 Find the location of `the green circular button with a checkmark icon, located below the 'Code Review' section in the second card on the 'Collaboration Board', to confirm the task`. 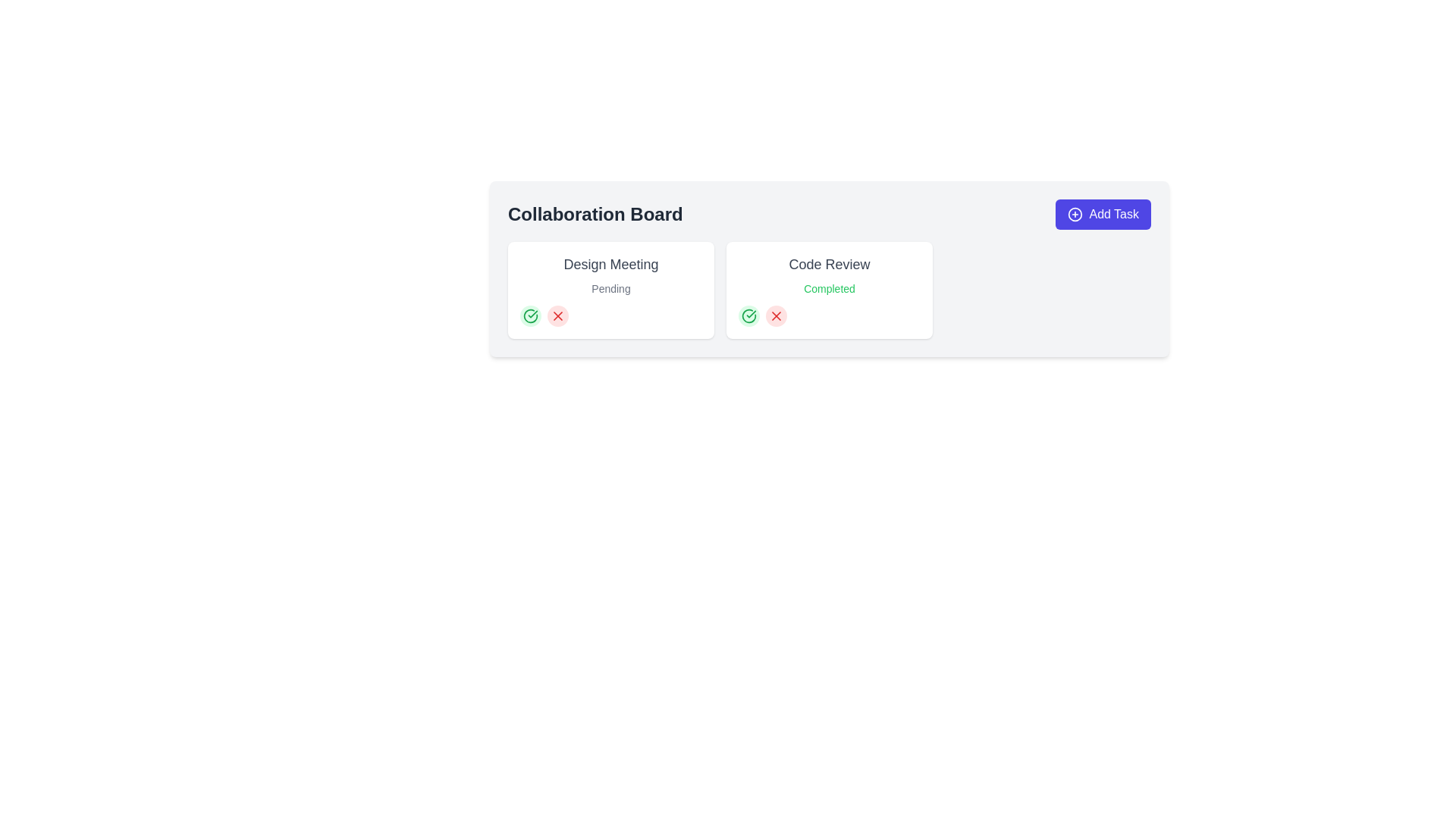

the green circular button with a checkmark icon, located below the 'Code Review' section in the second card on the 'Collaboration Board', to confirm the task is located at coordinates (749, 315).